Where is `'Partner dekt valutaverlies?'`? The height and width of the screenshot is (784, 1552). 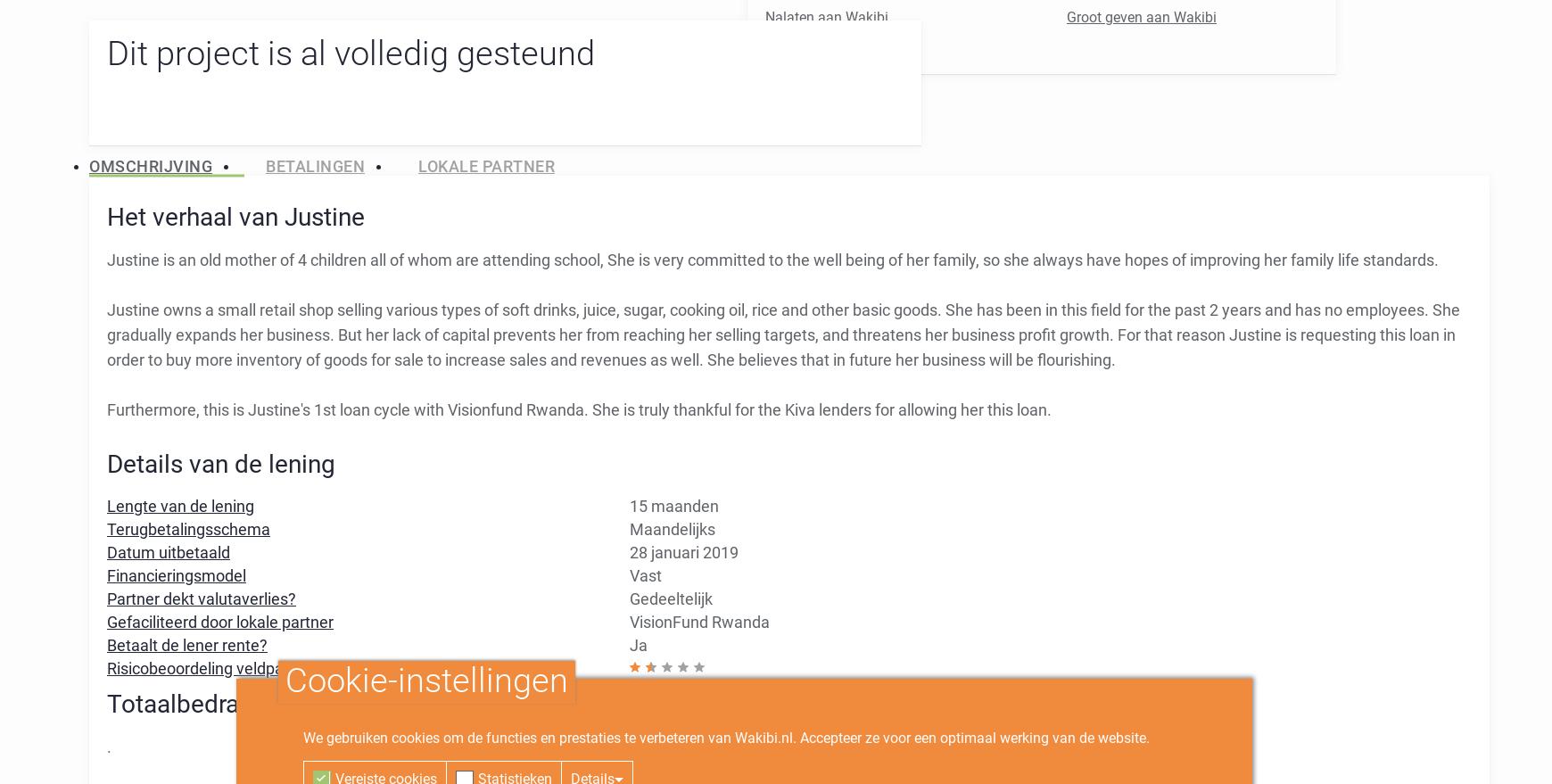 'Partner dekt valutaverlies?' is located at coordinates (202, 597).